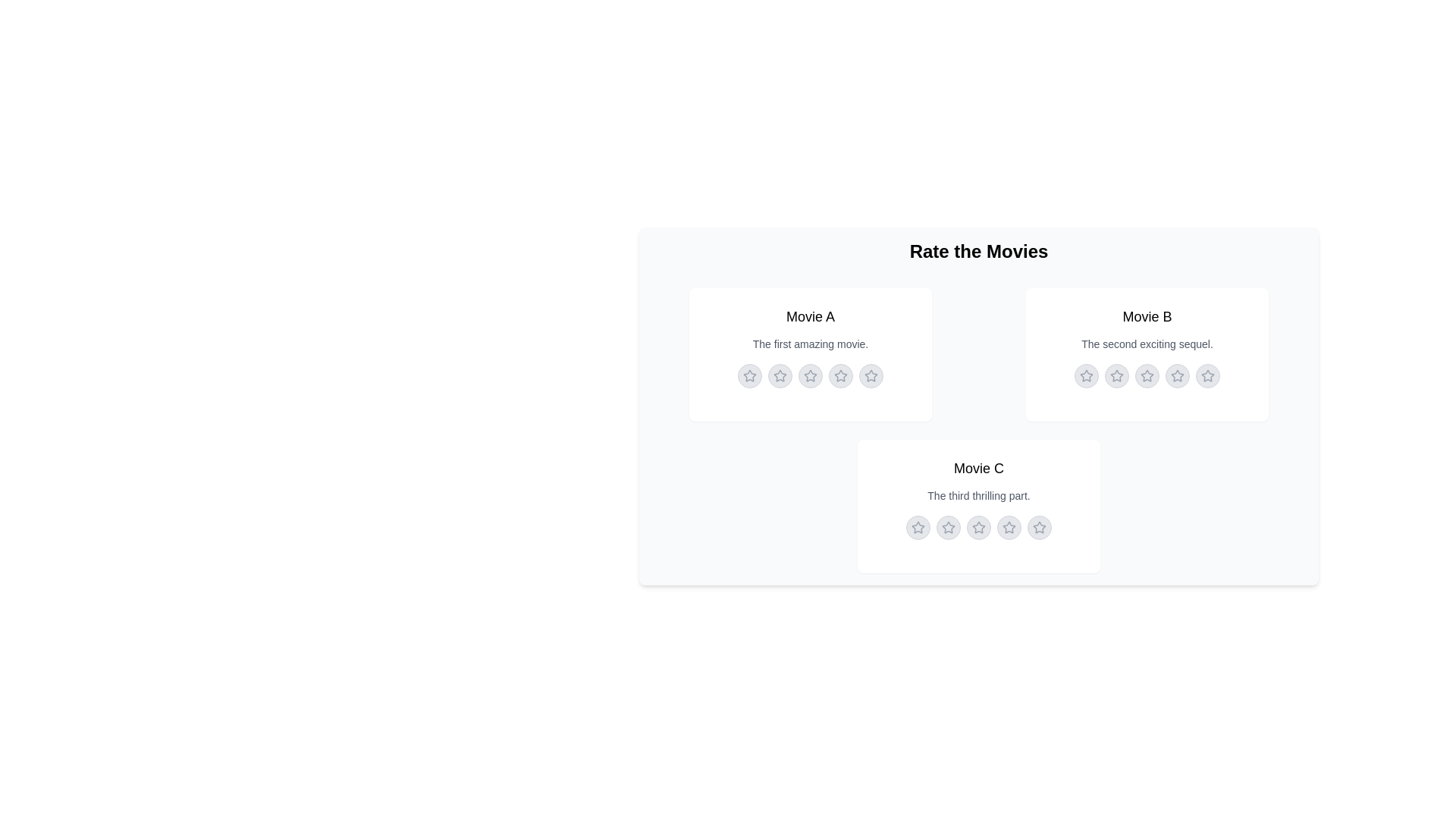  Describe the element at coordinates (917, 526) in the screenshot. I see `the first outlined gray star icon` at that location.